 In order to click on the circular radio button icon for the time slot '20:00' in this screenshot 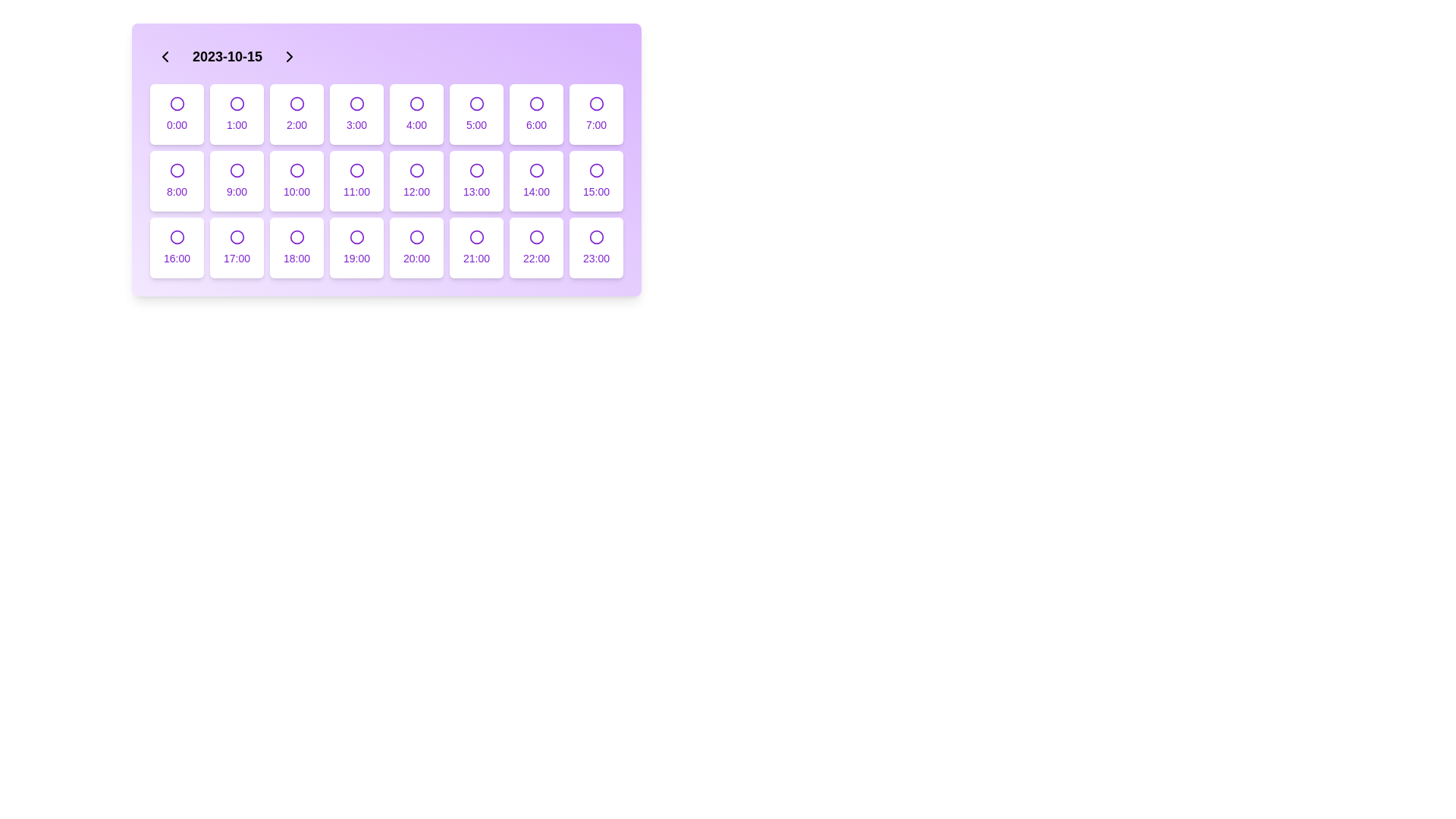, I will do `click(416, 237)`.